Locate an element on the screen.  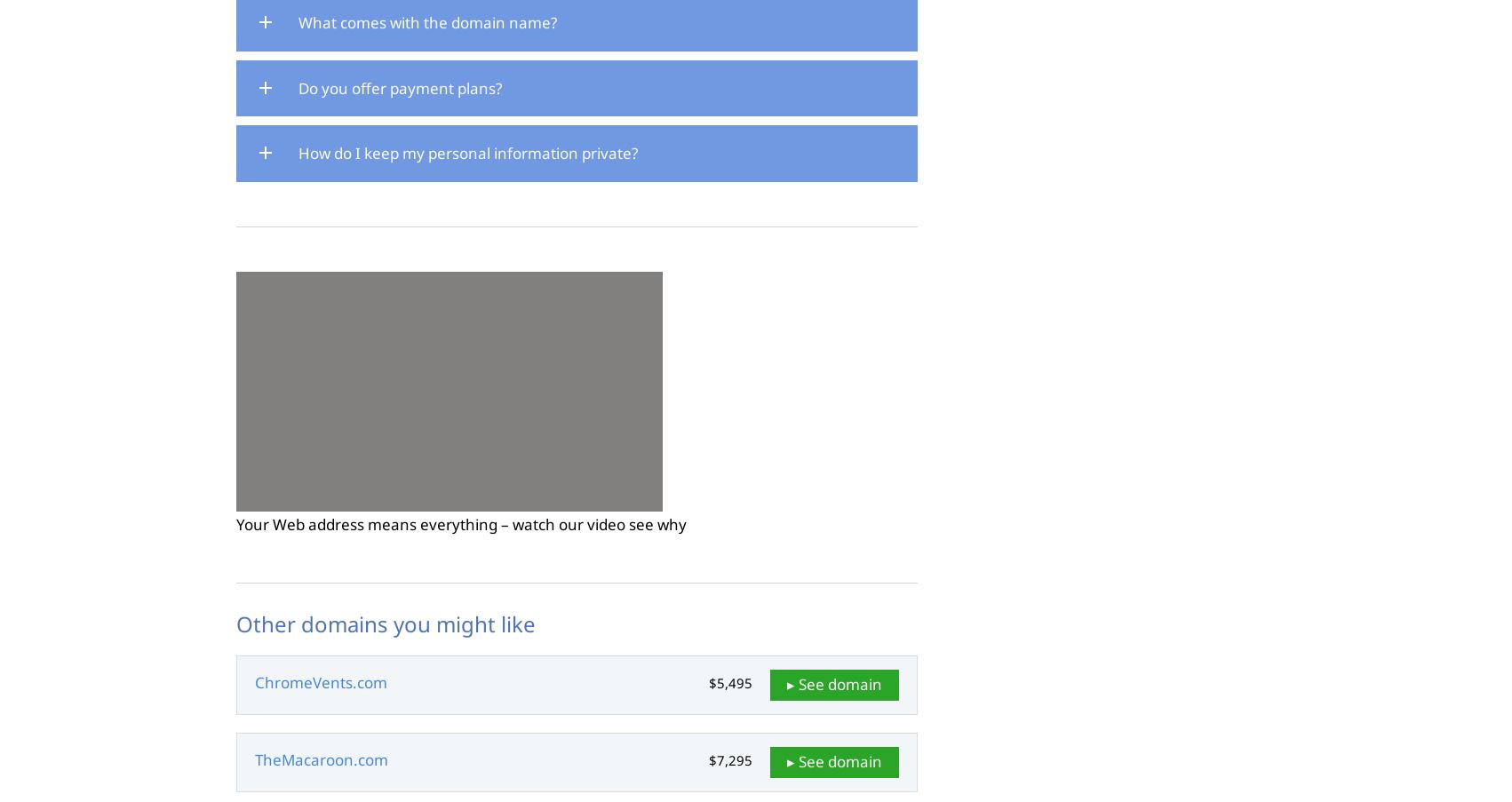
'Do you offer payment plans?' is located at coordinates (399, 87).